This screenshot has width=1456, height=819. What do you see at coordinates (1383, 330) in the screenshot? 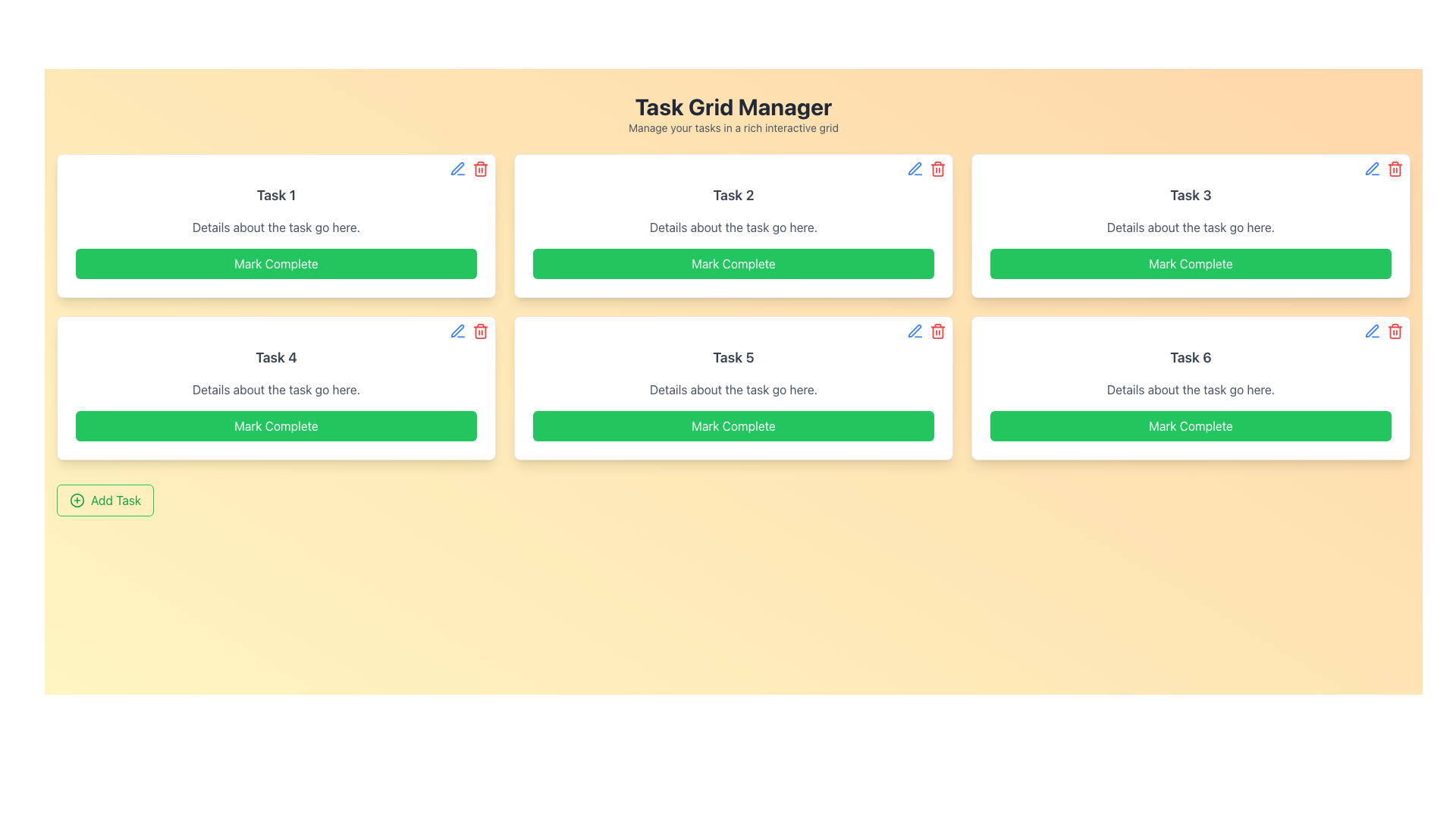
I see `the interactive buttons in the top-right corner of the 'Task 6' card` at bounding box center [1383, 330].